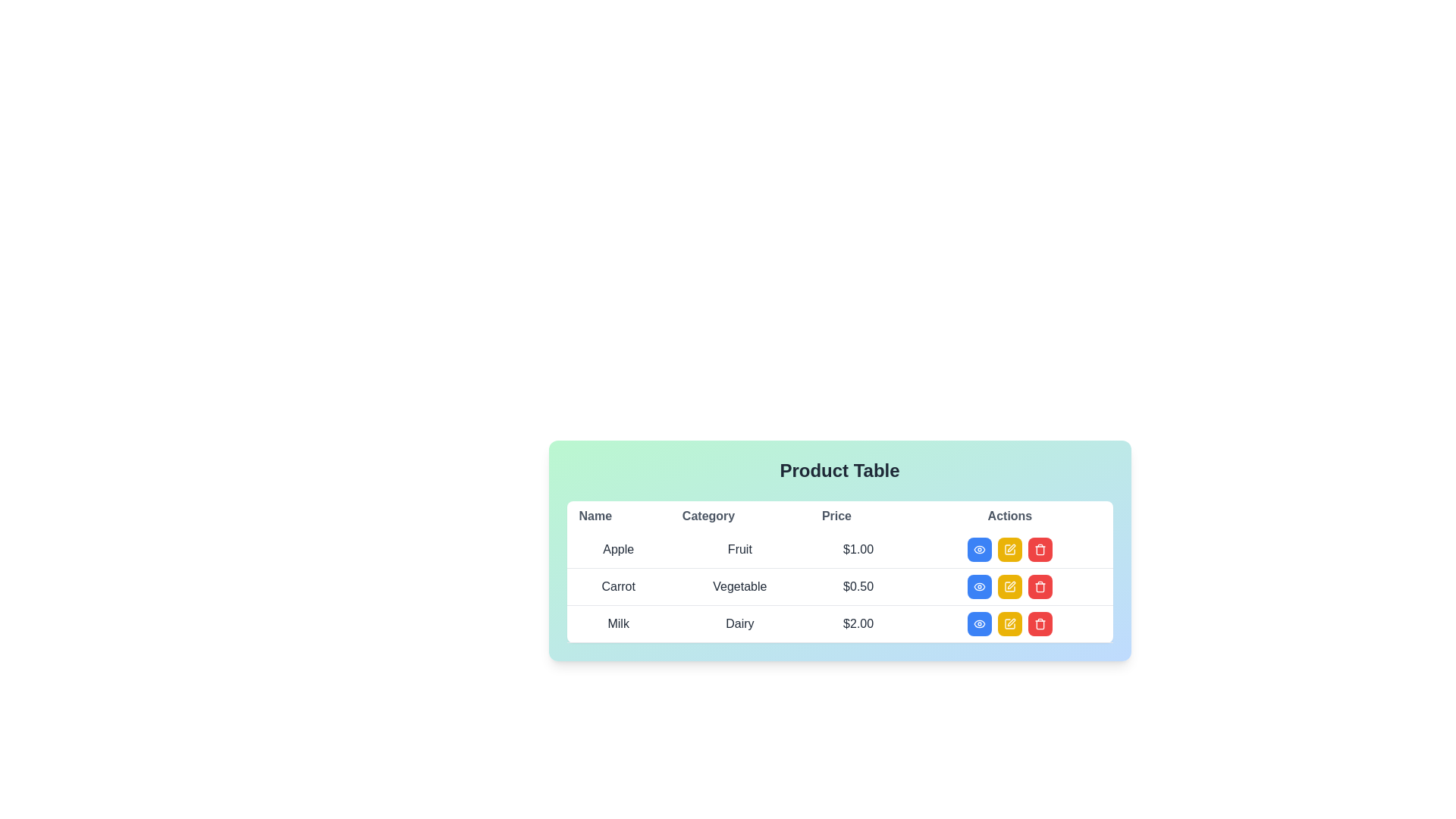 The image size is (1456, 819). I want to click on text label that identifies the product name 'Apple' in the first data row of the product table, located in the 'Name' column, so click(618, 550).